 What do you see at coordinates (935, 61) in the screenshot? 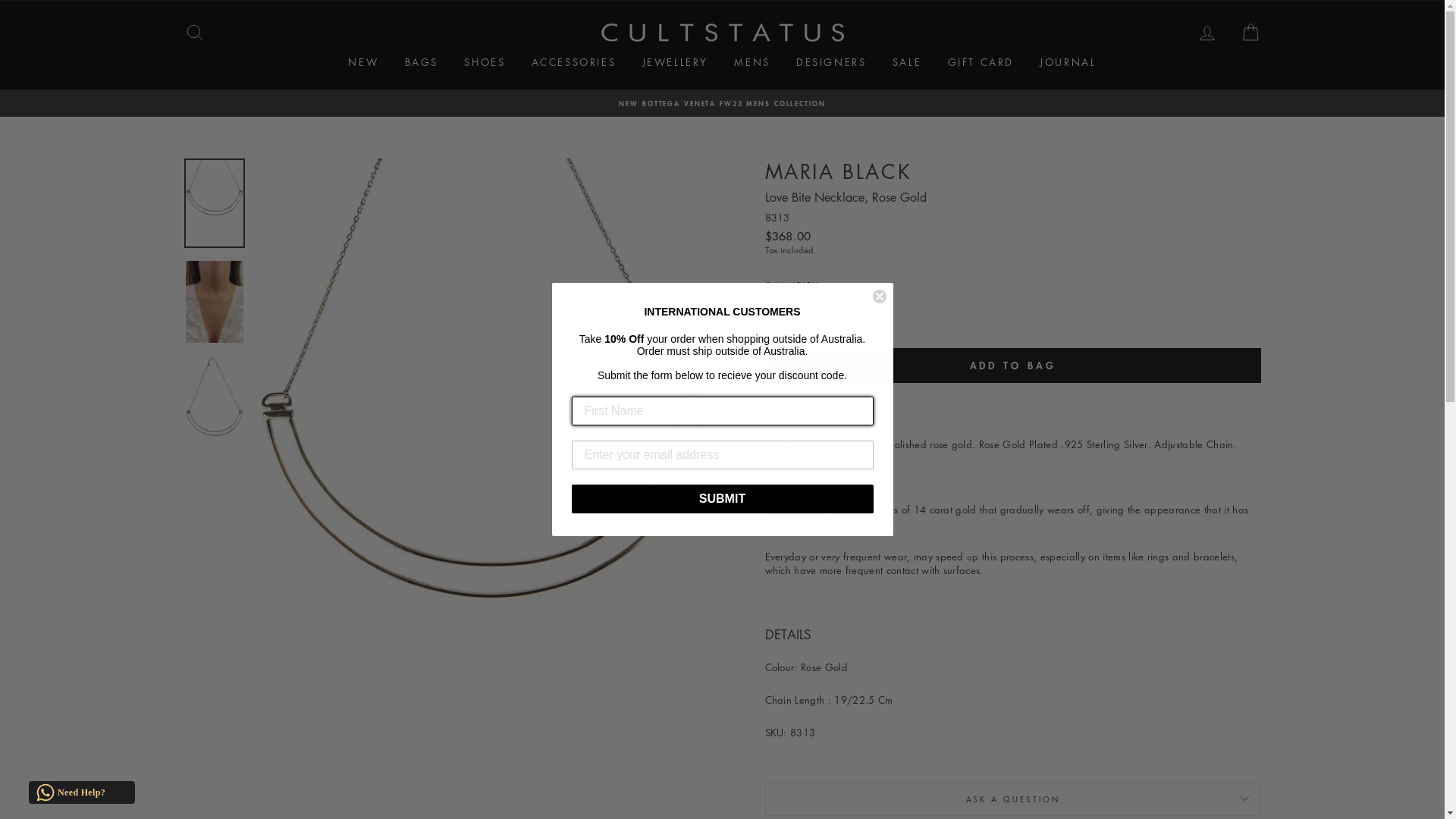
I see `'GIFT CARD'` at bounding box center [935, 61].